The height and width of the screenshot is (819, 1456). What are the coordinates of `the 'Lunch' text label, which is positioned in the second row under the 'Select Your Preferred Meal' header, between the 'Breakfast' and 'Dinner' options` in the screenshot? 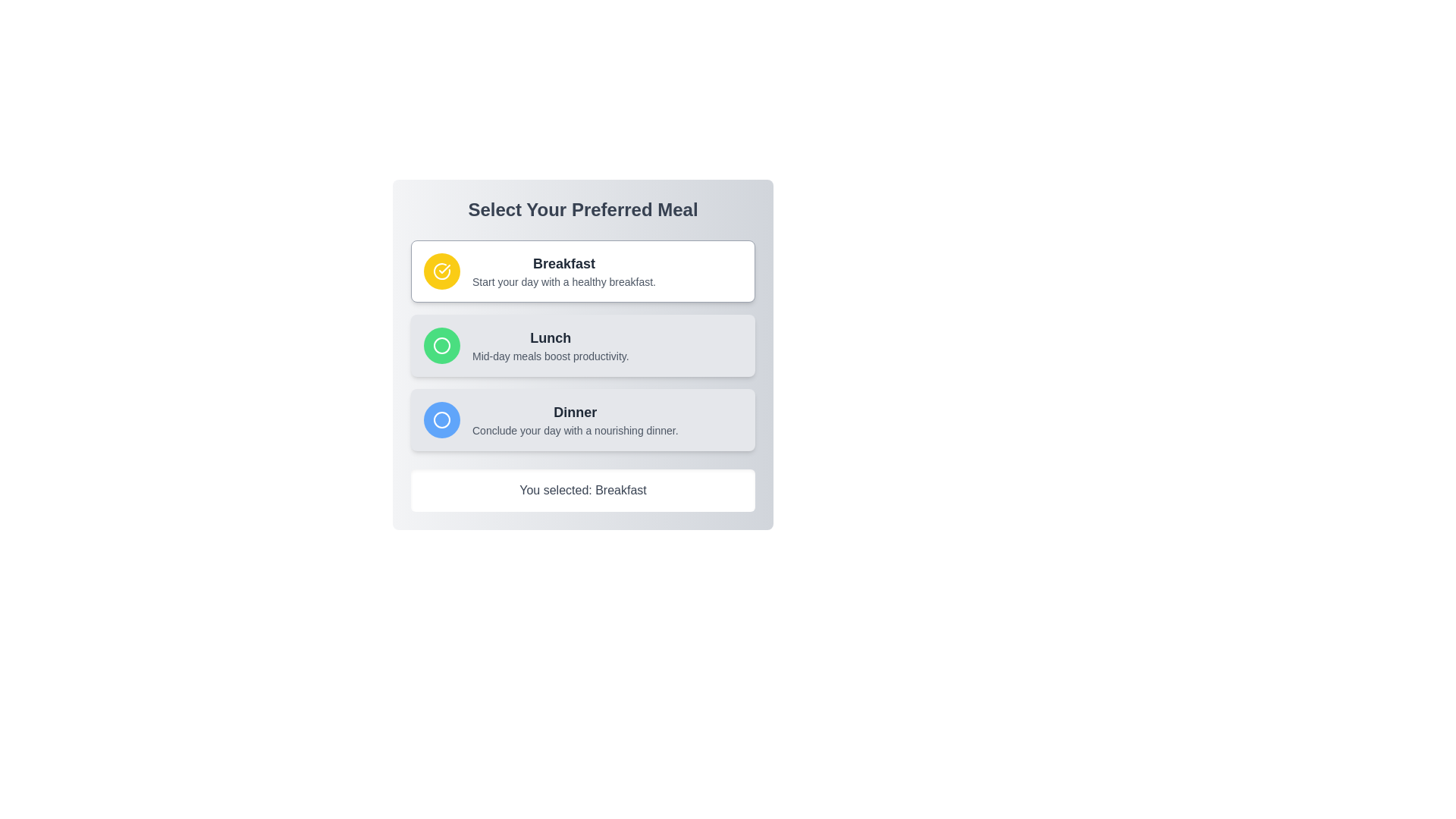 It's located at (550, 345).